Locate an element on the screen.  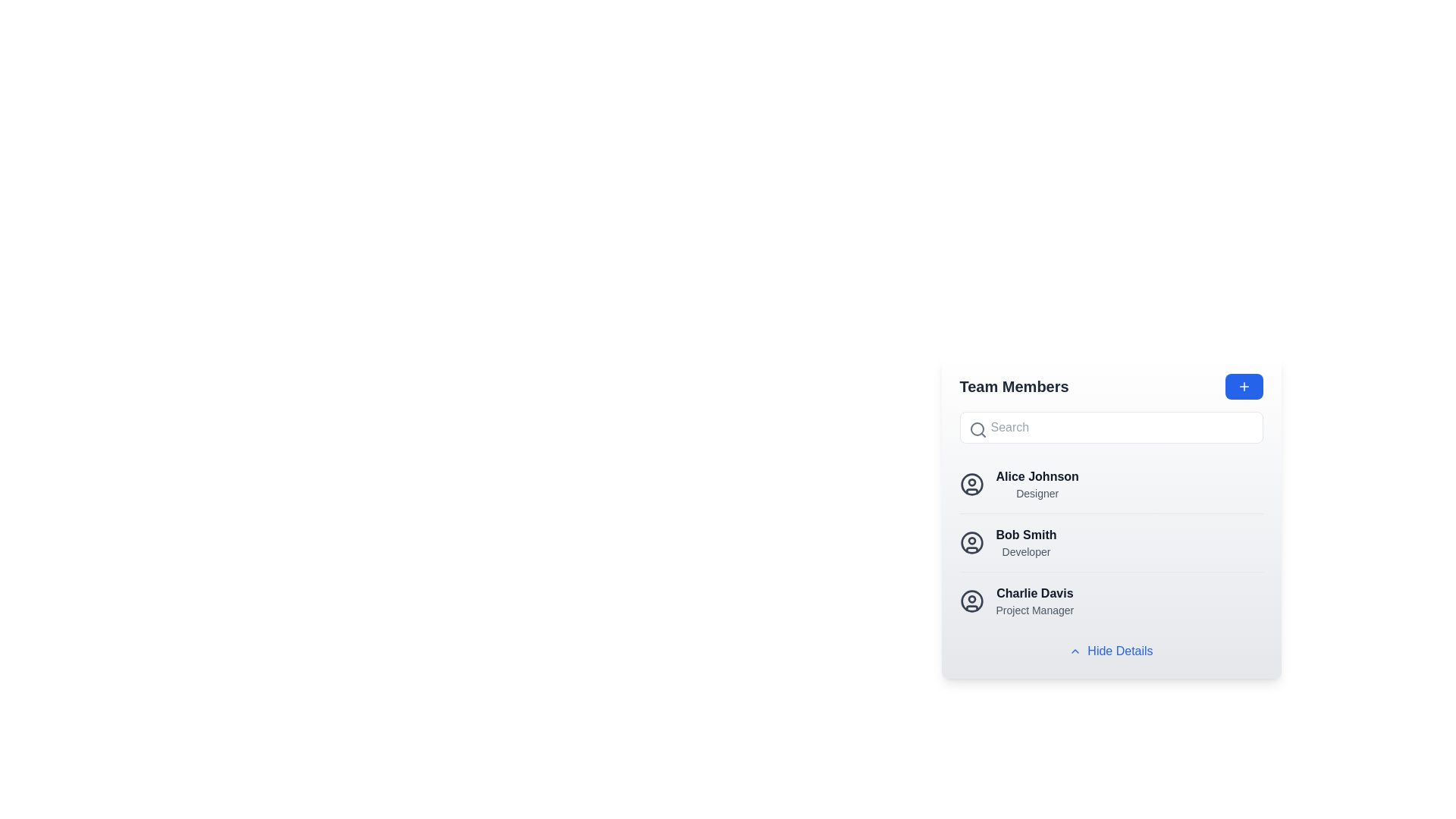
the text label 'Alice Johnson' in the 'Team Members' section is located at coordinates (1037, 485).